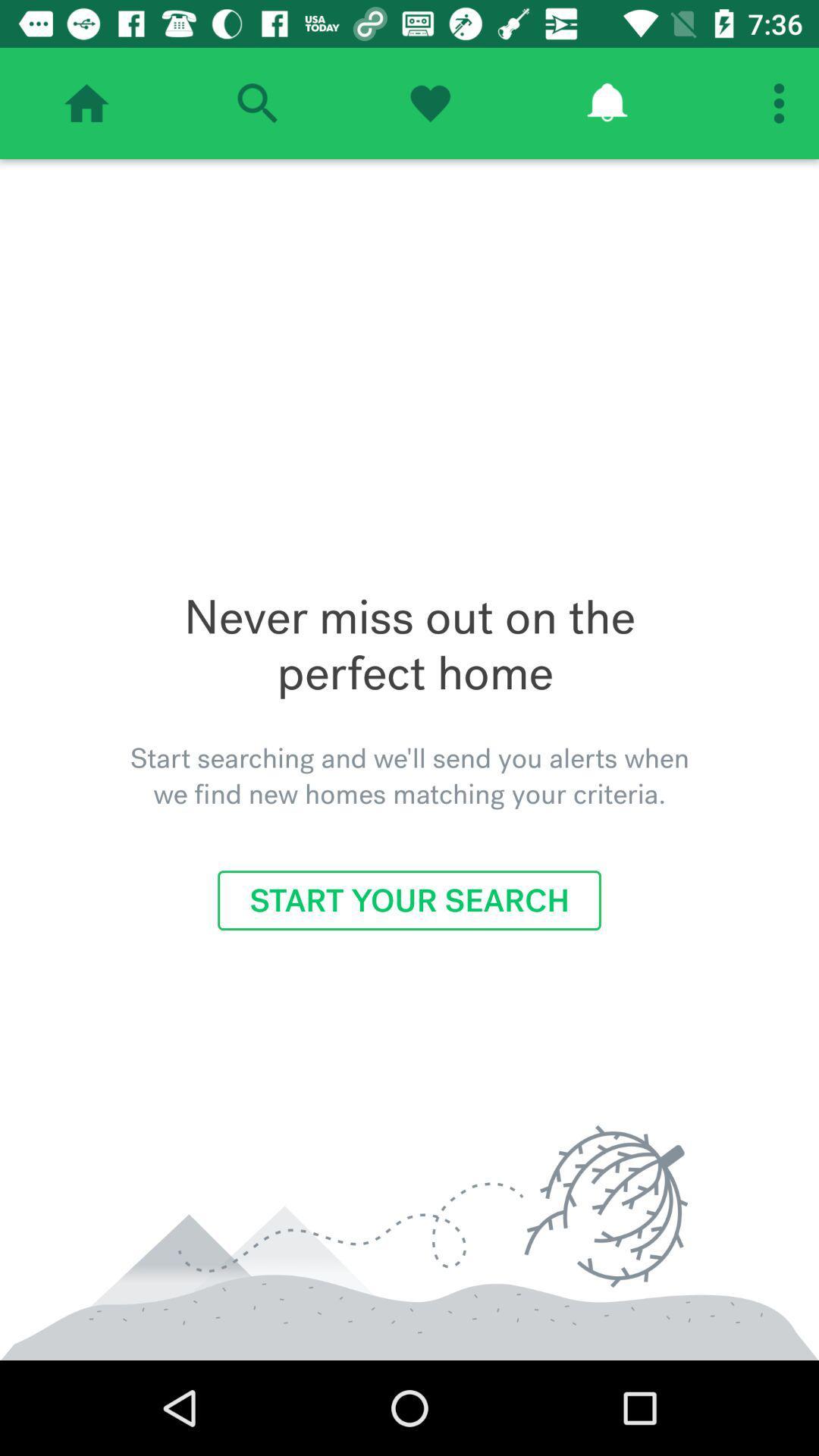 The height and width of the screenshot is (1456, 819). I want to click on home page, so click(86, 102).